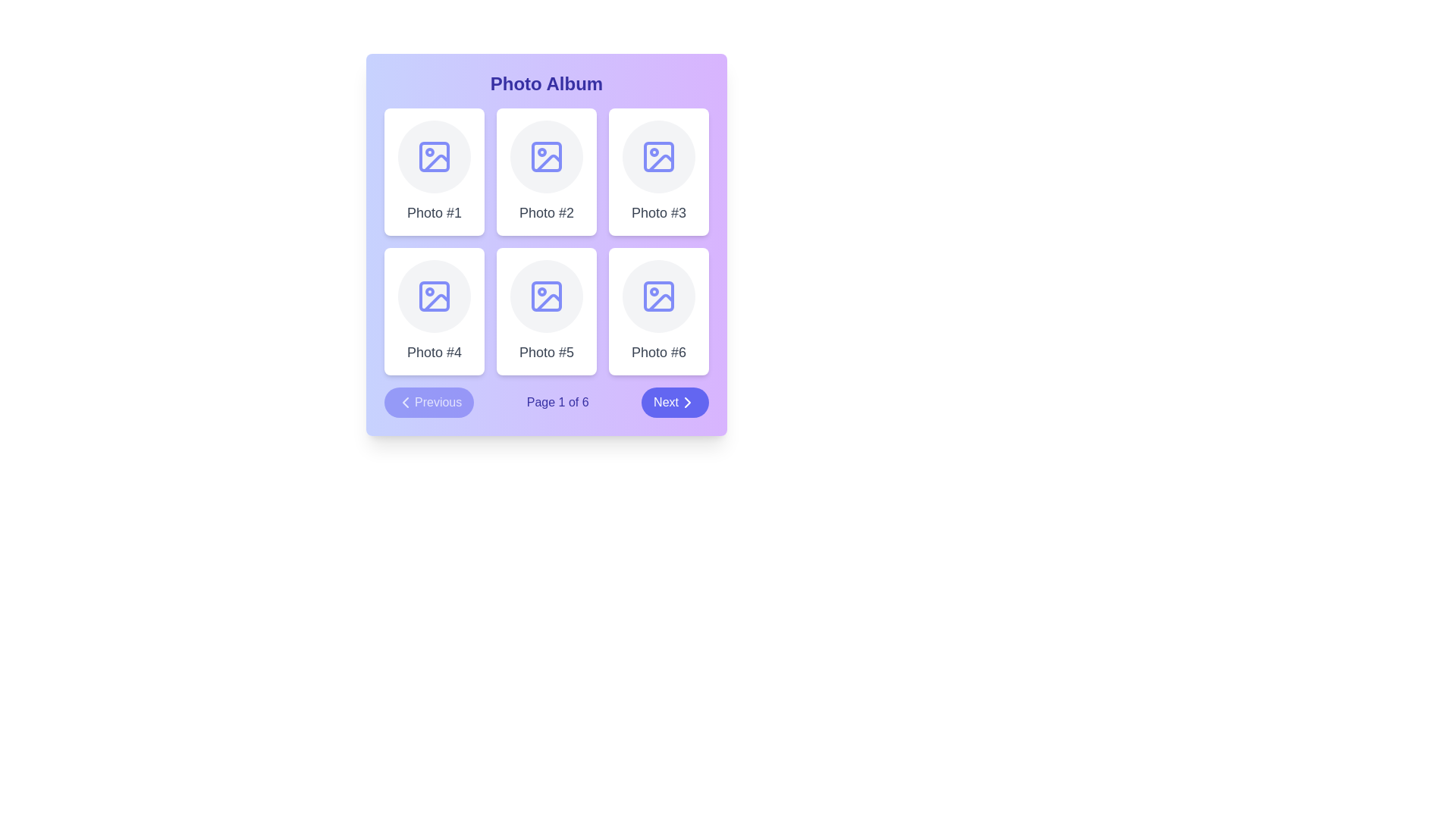  Describe the element at coordinates (433, 353) in the screenshot. I see `the static text label displaying 'Photo #4', which is located at the bottom of a card in a photo album interface` at that location.